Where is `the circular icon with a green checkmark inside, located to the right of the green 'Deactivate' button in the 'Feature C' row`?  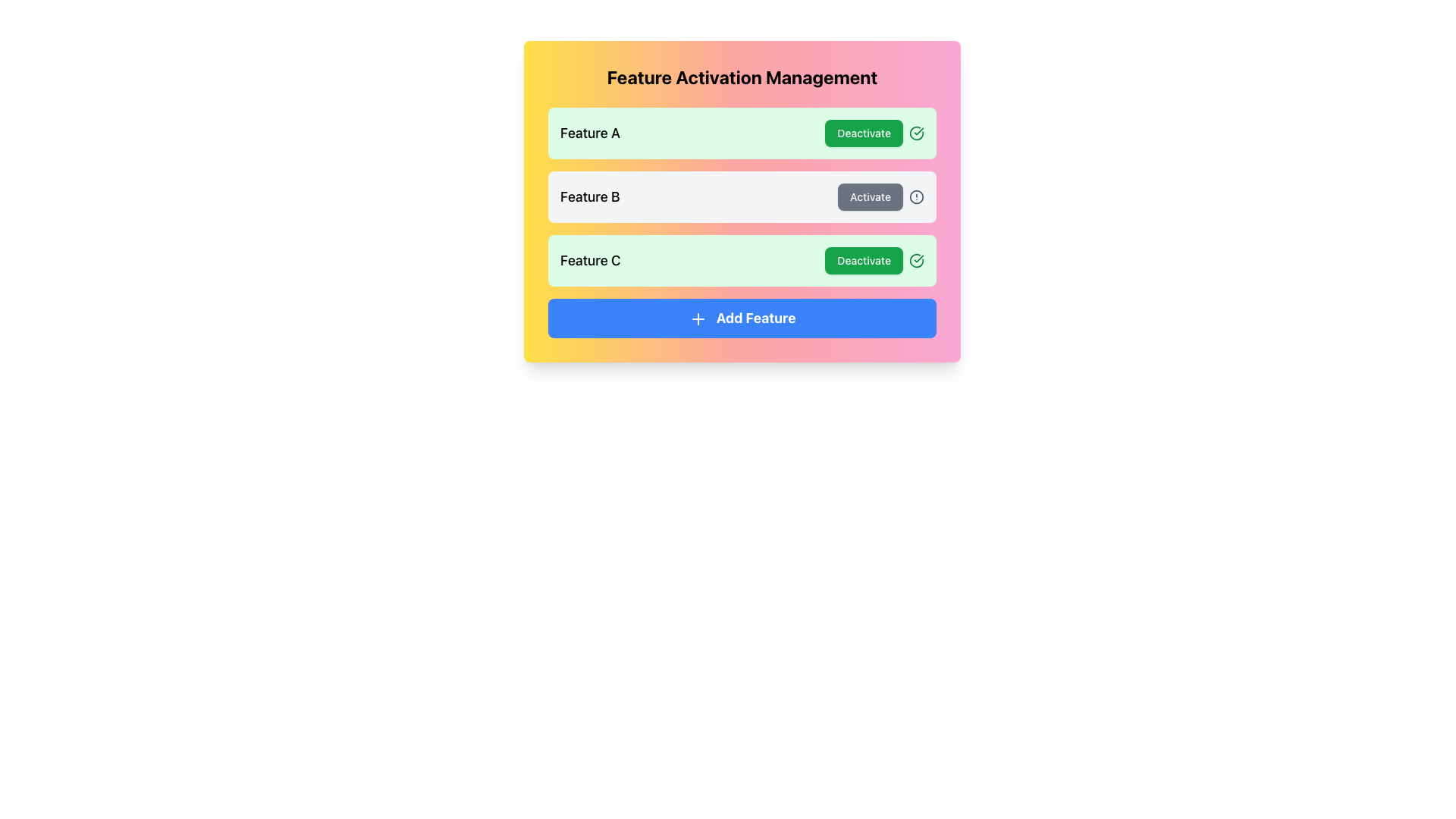
the circular icon with a green checkmark inside, located to the right of the green 'Deactivate' button in the 'Feature C' row is located at coordinates (916, 259).